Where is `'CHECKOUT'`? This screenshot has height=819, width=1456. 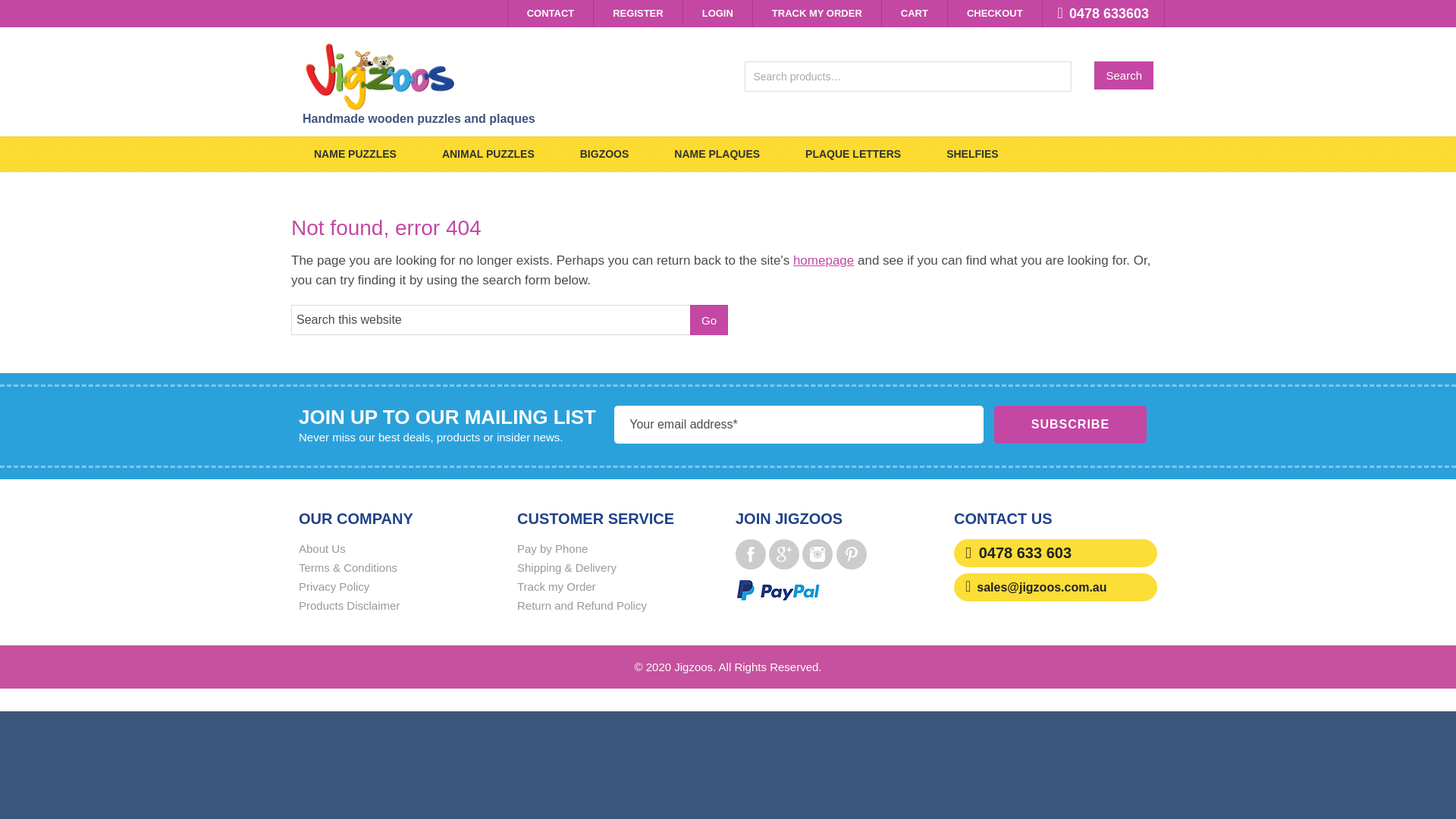 'CHECKOUT' is located at coordinates (994, 13).